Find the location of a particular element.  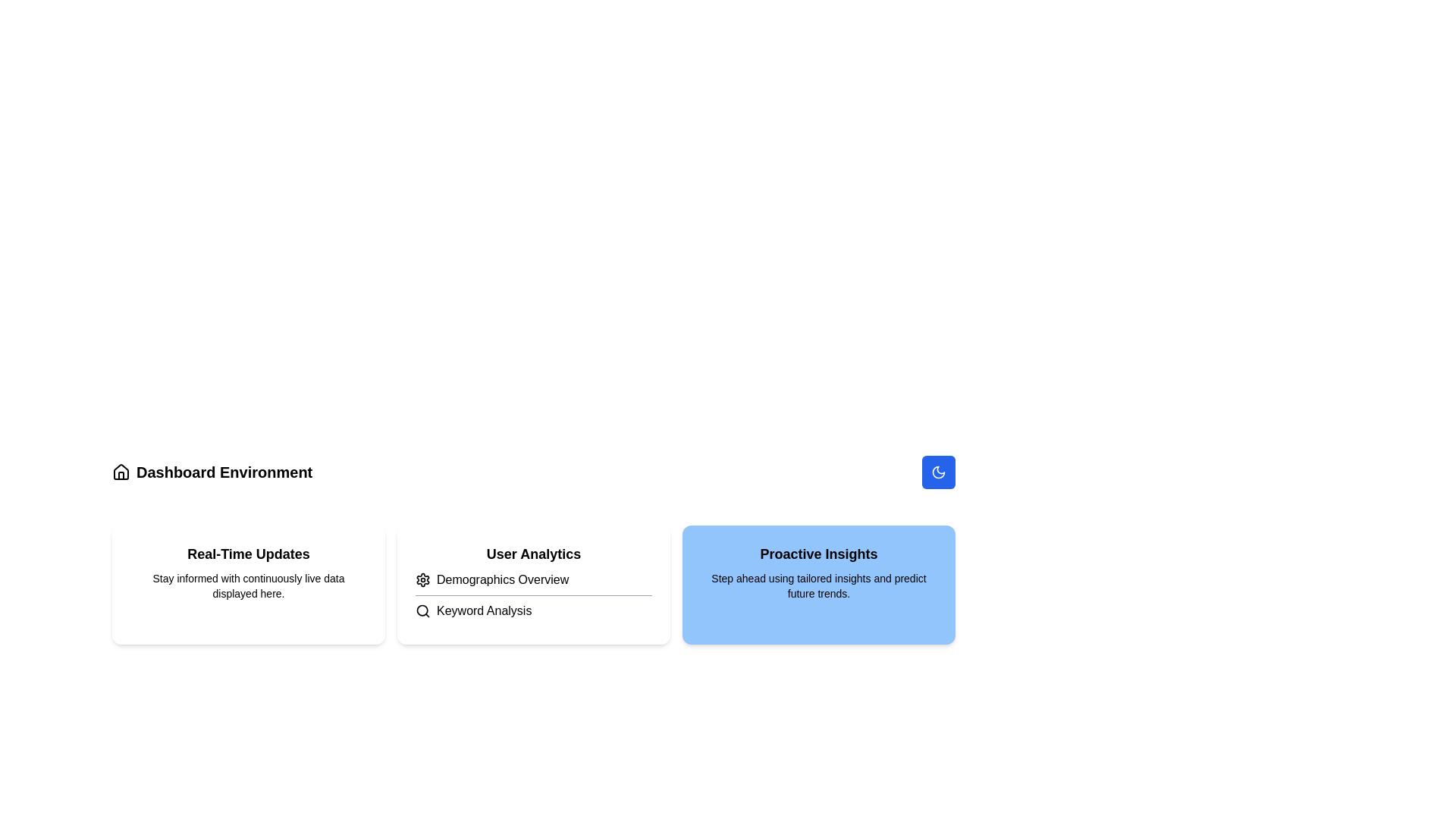

the label indicating keyword analysis located within the 'User Analytics' section, to the right of the magnifying glass icon is located at coordinates (483, 610).